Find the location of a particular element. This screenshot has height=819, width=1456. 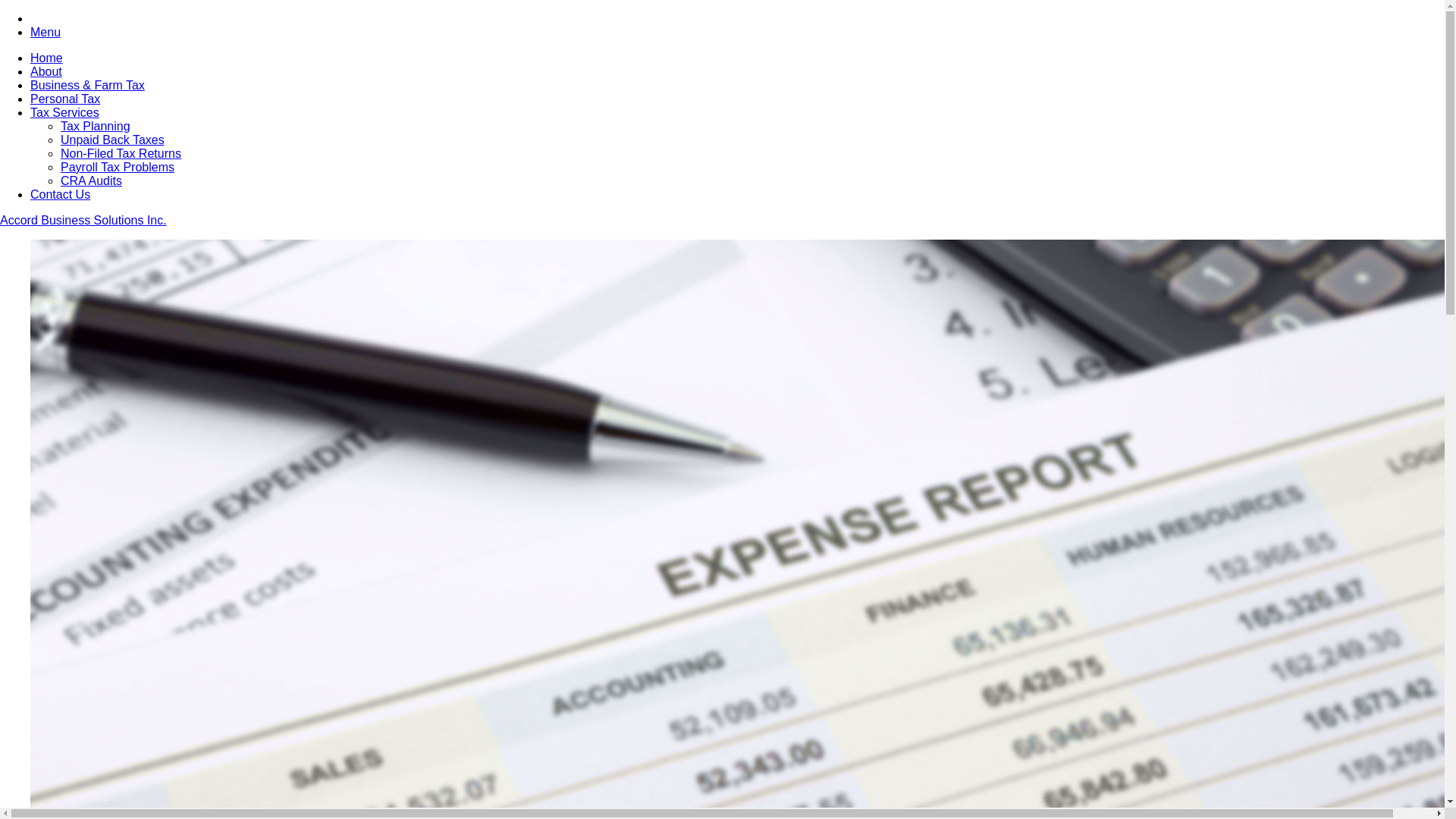

'Tax Services' is located at coordinates (64, 111).